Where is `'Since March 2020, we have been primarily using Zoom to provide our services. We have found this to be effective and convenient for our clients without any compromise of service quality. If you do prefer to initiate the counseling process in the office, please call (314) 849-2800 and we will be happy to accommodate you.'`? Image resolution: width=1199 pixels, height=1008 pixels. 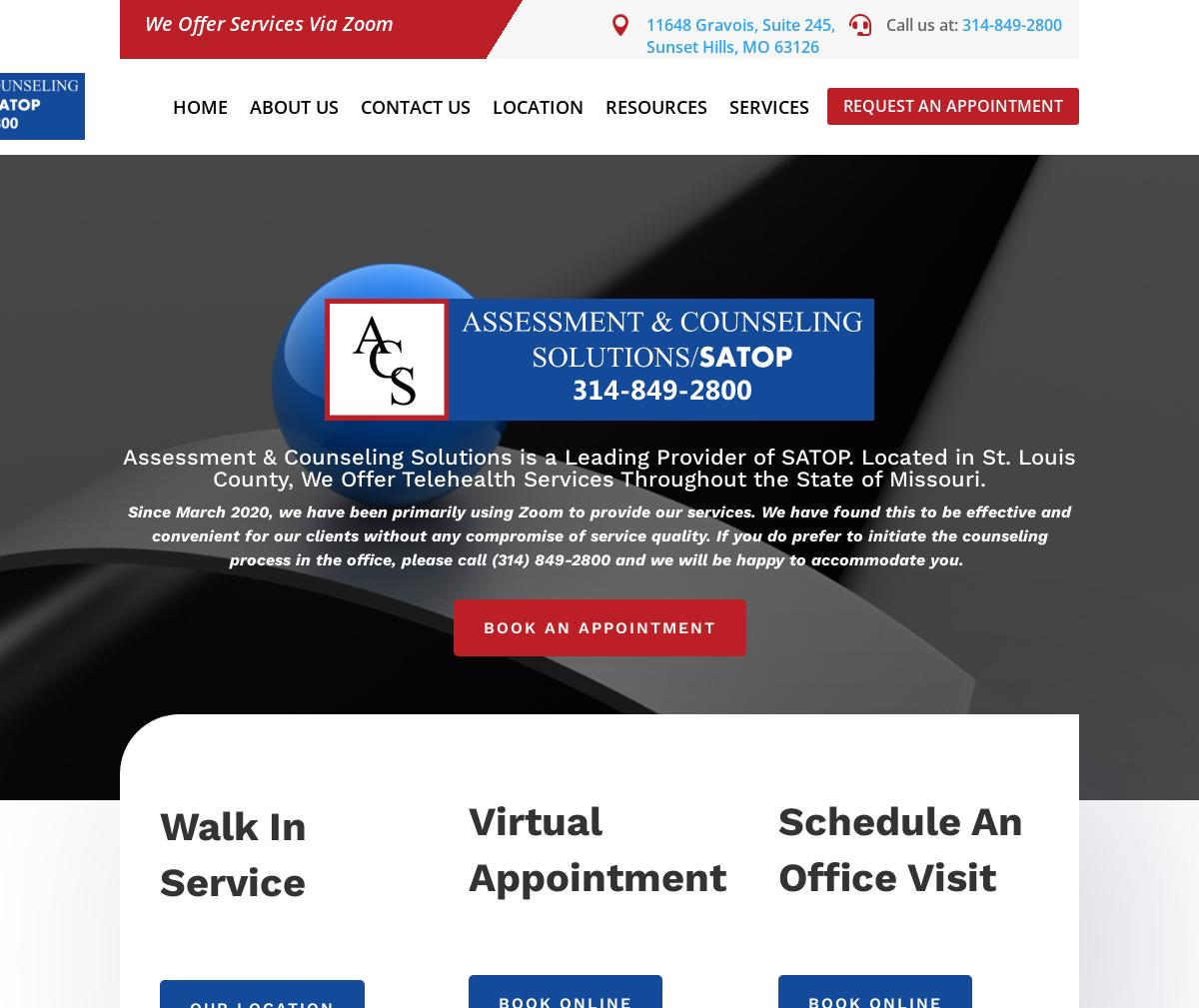
'Since March 2020, we have been primarily using Zoom to provide our services. We have found this to be effective and convenient for our clients without any compromise of service quality. If you do prefer to initiate the counseling process in the office, please call (314) 849-2800 and we will be happy to accommodate you.' is located at coordinates (599, 535).